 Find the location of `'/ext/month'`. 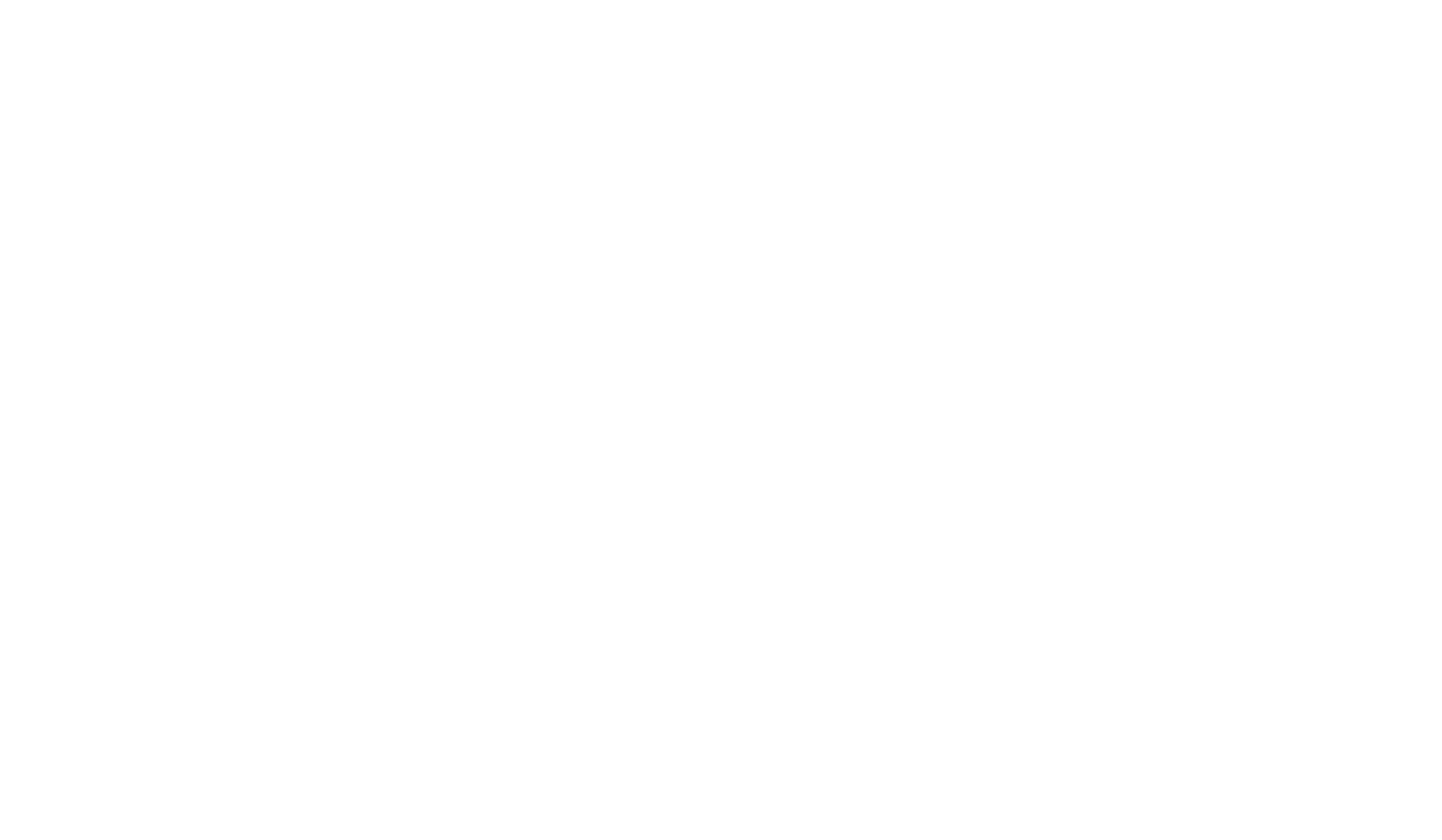

'/ext/month' is located at coordinates (751, 214).